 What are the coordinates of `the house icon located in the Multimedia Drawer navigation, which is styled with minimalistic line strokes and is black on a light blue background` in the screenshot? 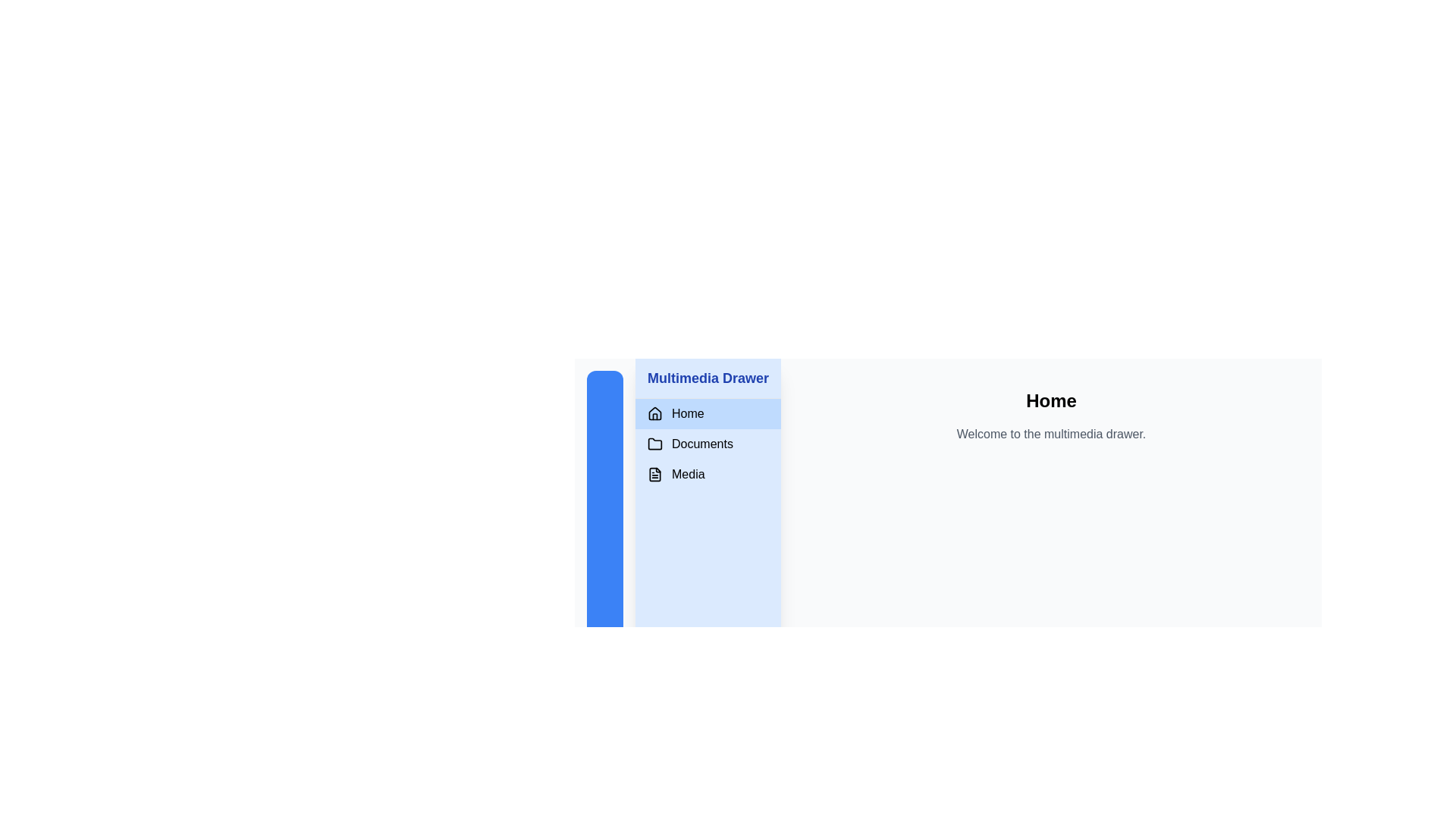 It's located at (655, 414).